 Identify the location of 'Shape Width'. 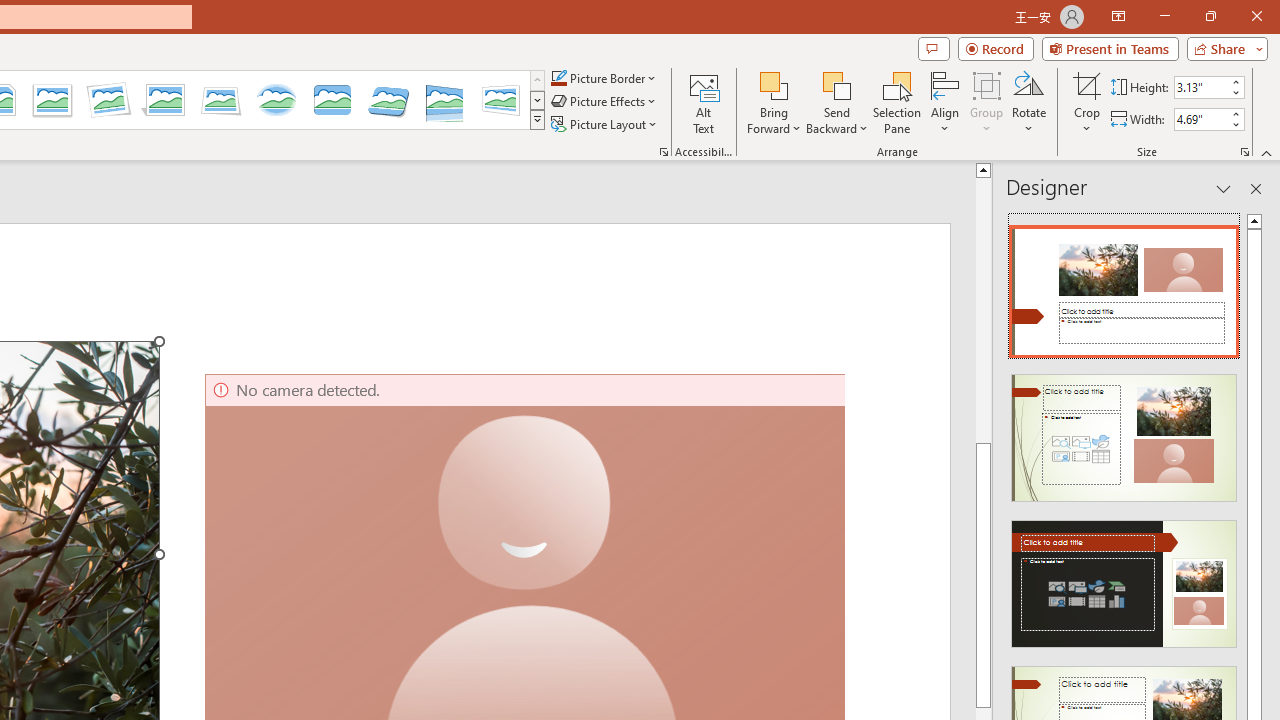
(1200, 119).